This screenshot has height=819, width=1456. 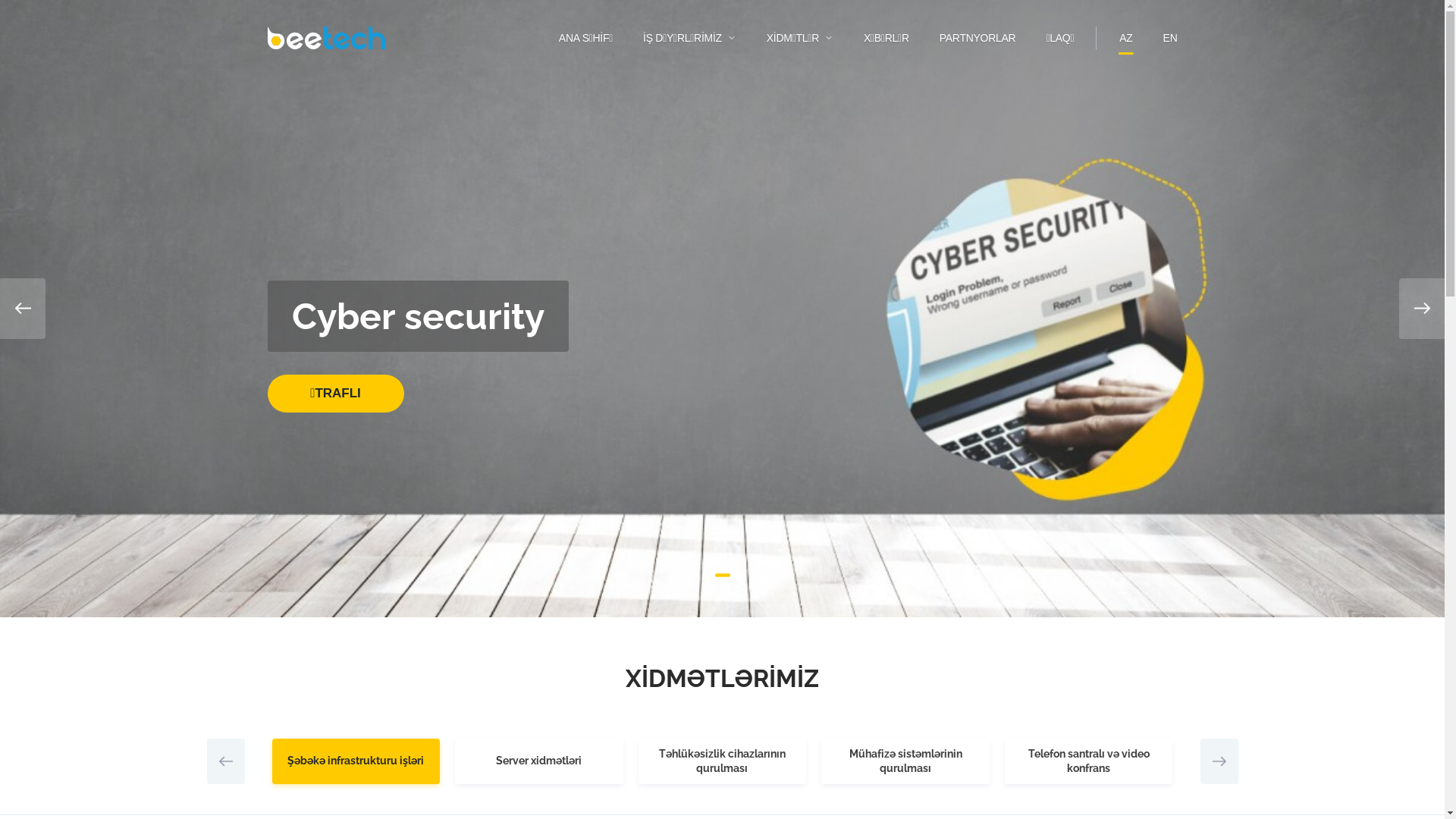 I want to click on 'PARTNYORLAR', so click(x=938, y=37).